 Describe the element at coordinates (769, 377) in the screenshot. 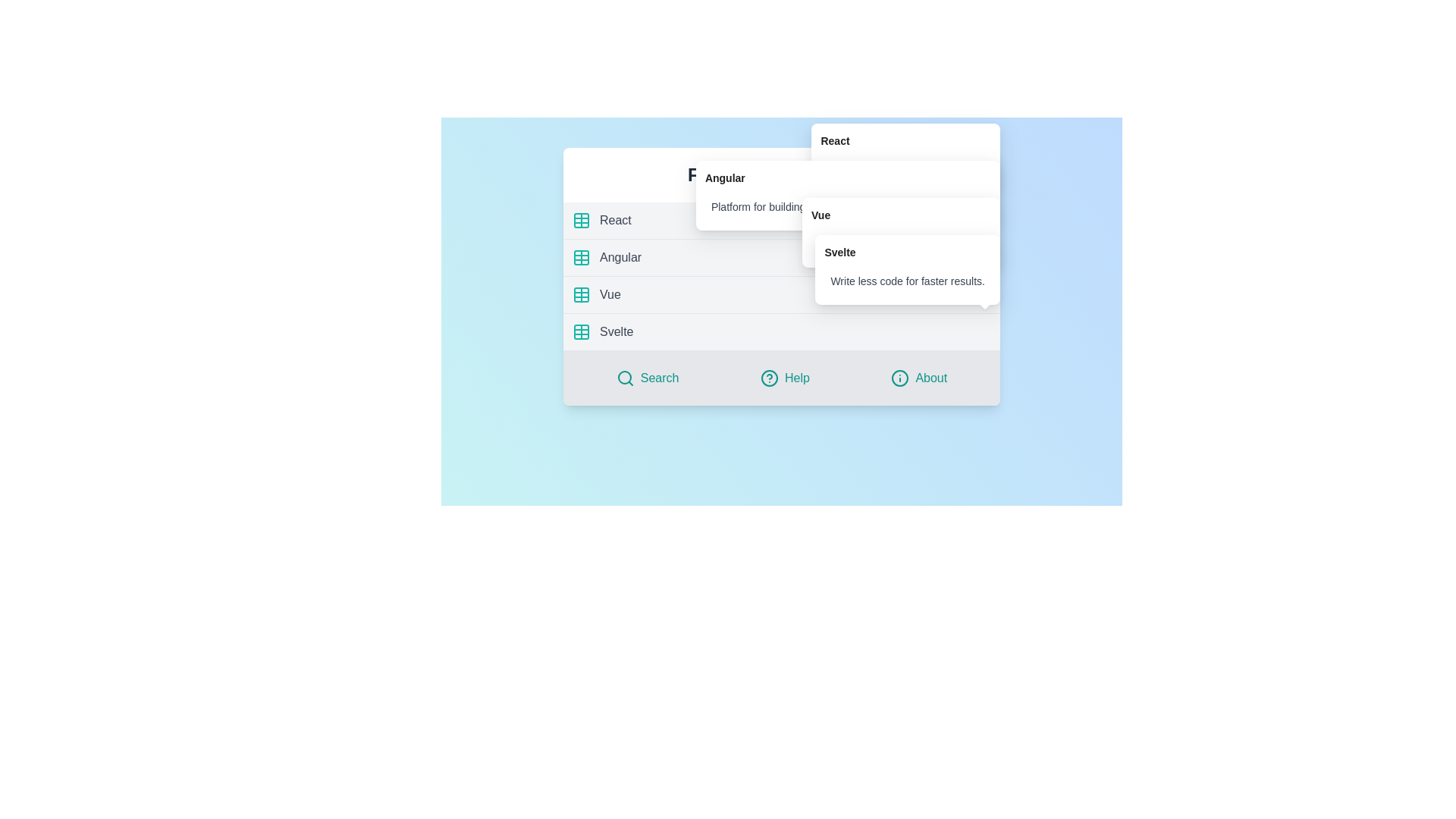

I see `the 'Help' icon located in the footer section of the interface for accessibility purposes` at that location.